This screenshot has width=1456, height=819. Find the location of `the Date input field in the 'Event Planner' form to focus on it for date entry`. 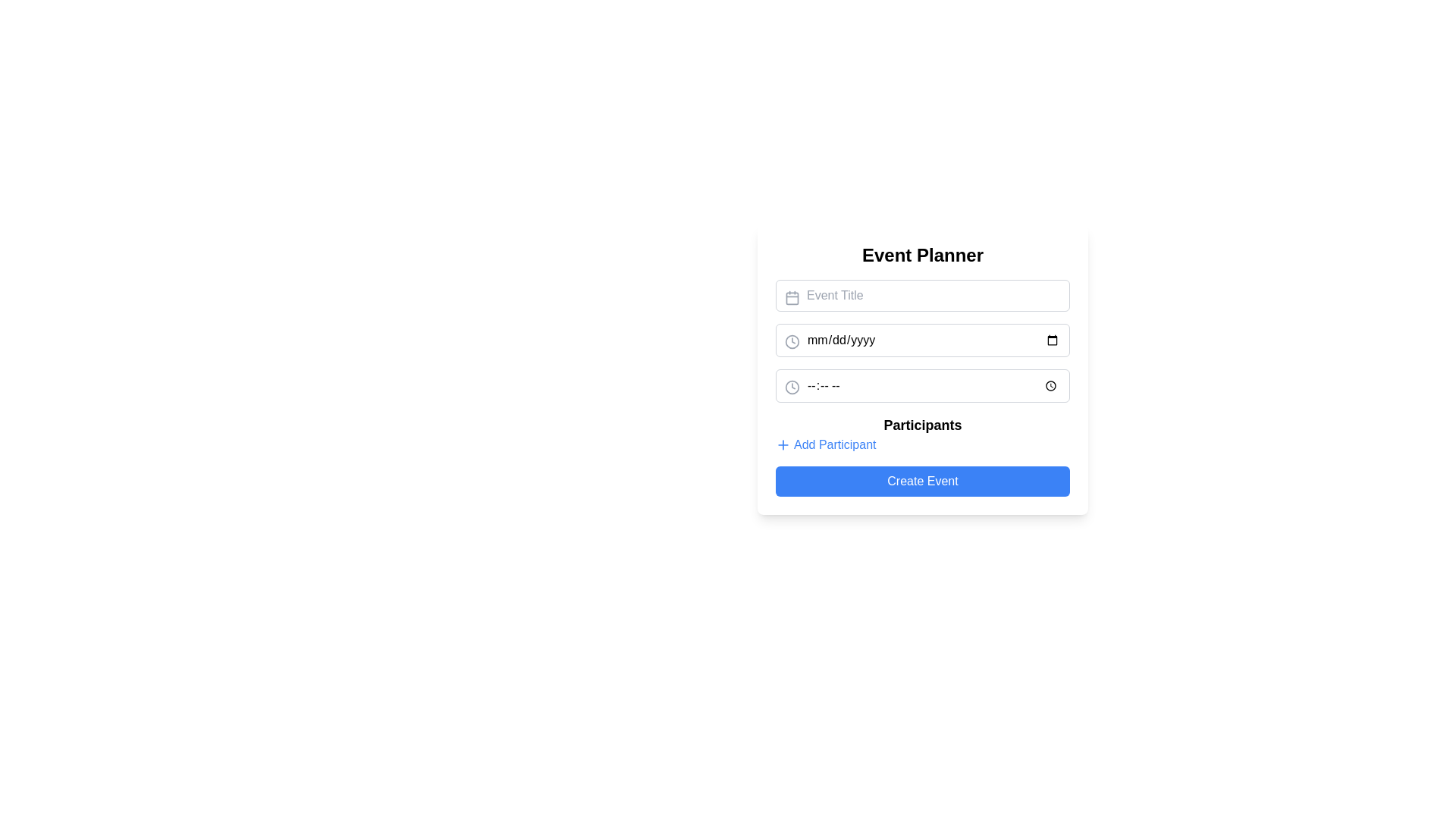

the Date input field in the 'Event Planner' form to focus on it for date entry is located at coordinates (922, 339).